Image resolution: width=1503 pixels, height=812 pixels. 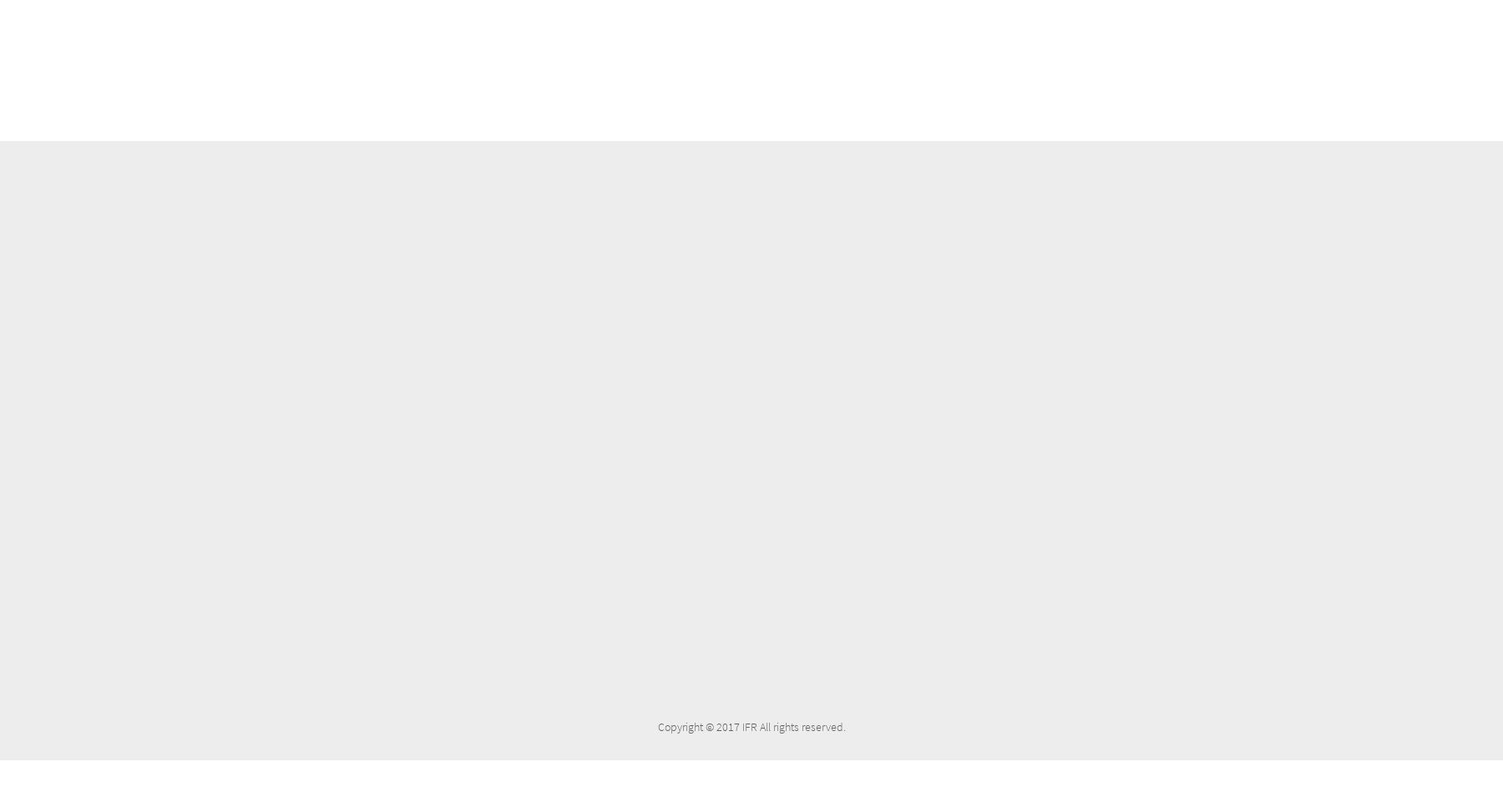 What do you see at coordinates (580, 206) in the screenshot?
I see `'Blog D365'` at bounding box center [580, 206].